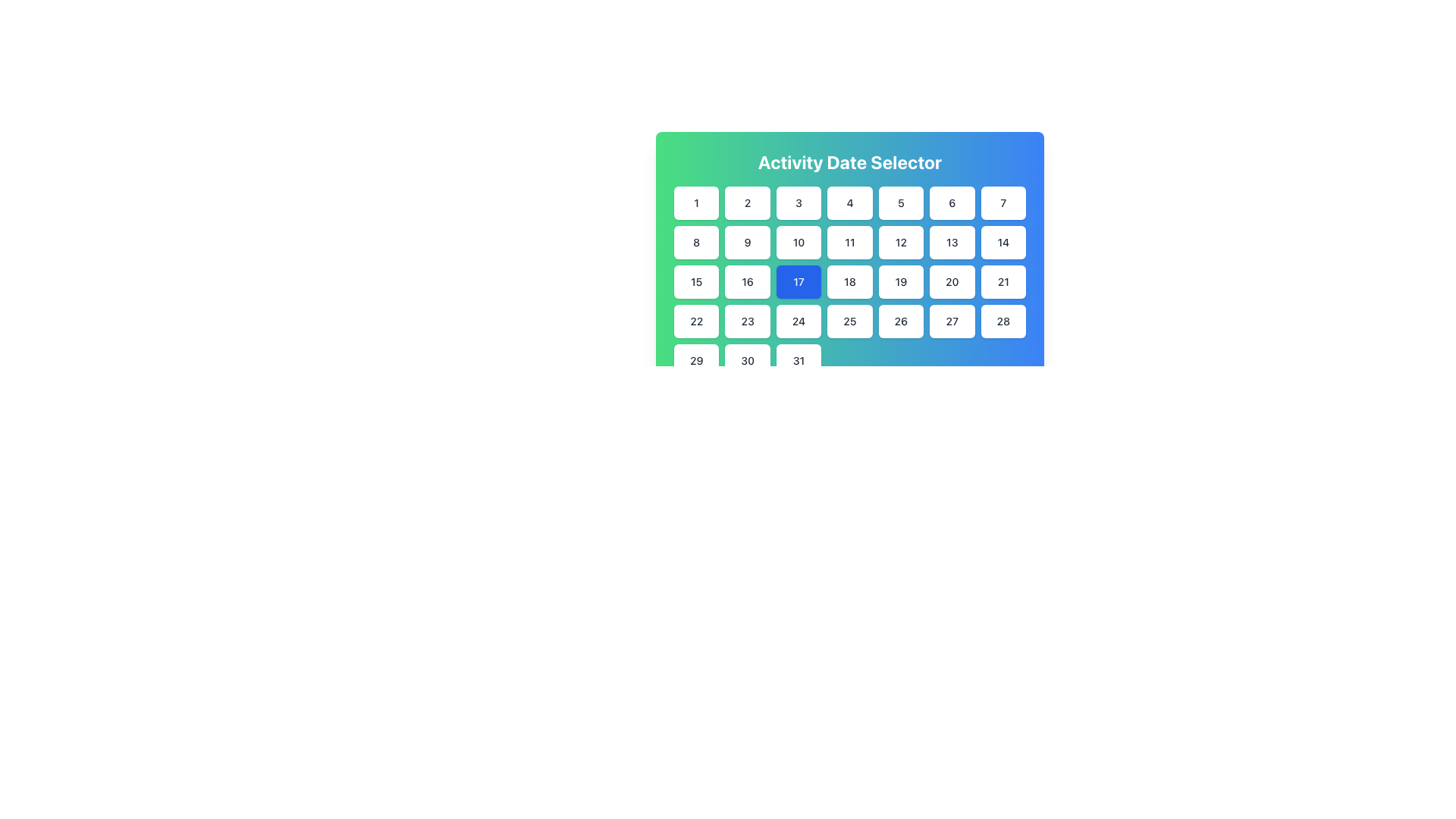 This screenshot has height=819, width=1456. Describe the element at coordinates (798, 281) in the screenshot. I see `the blue calendar cell button displaying the number '17'` at that location.